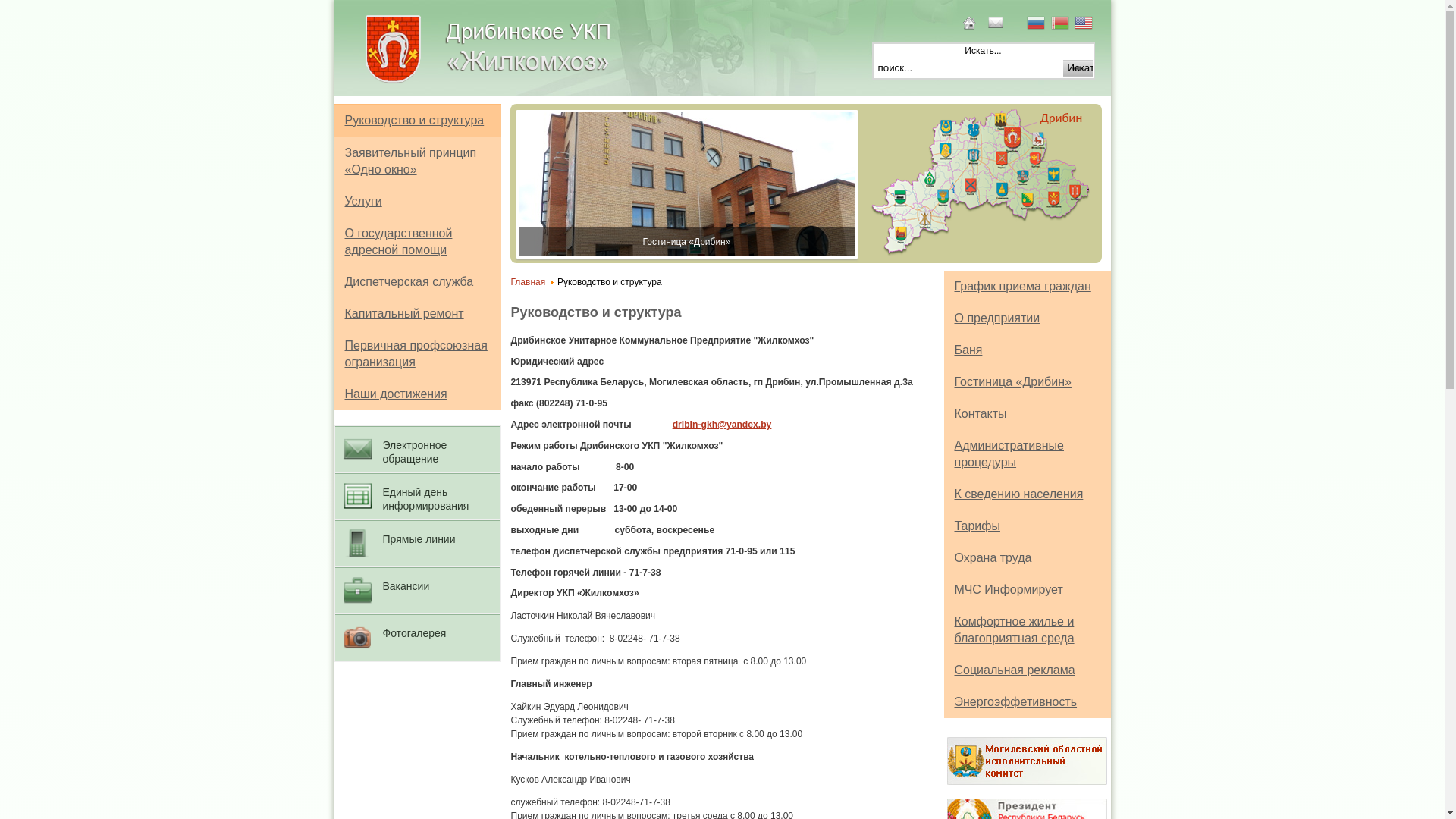  I want to click on 'dribin-gkh@yandex.by', so click(721, 424).